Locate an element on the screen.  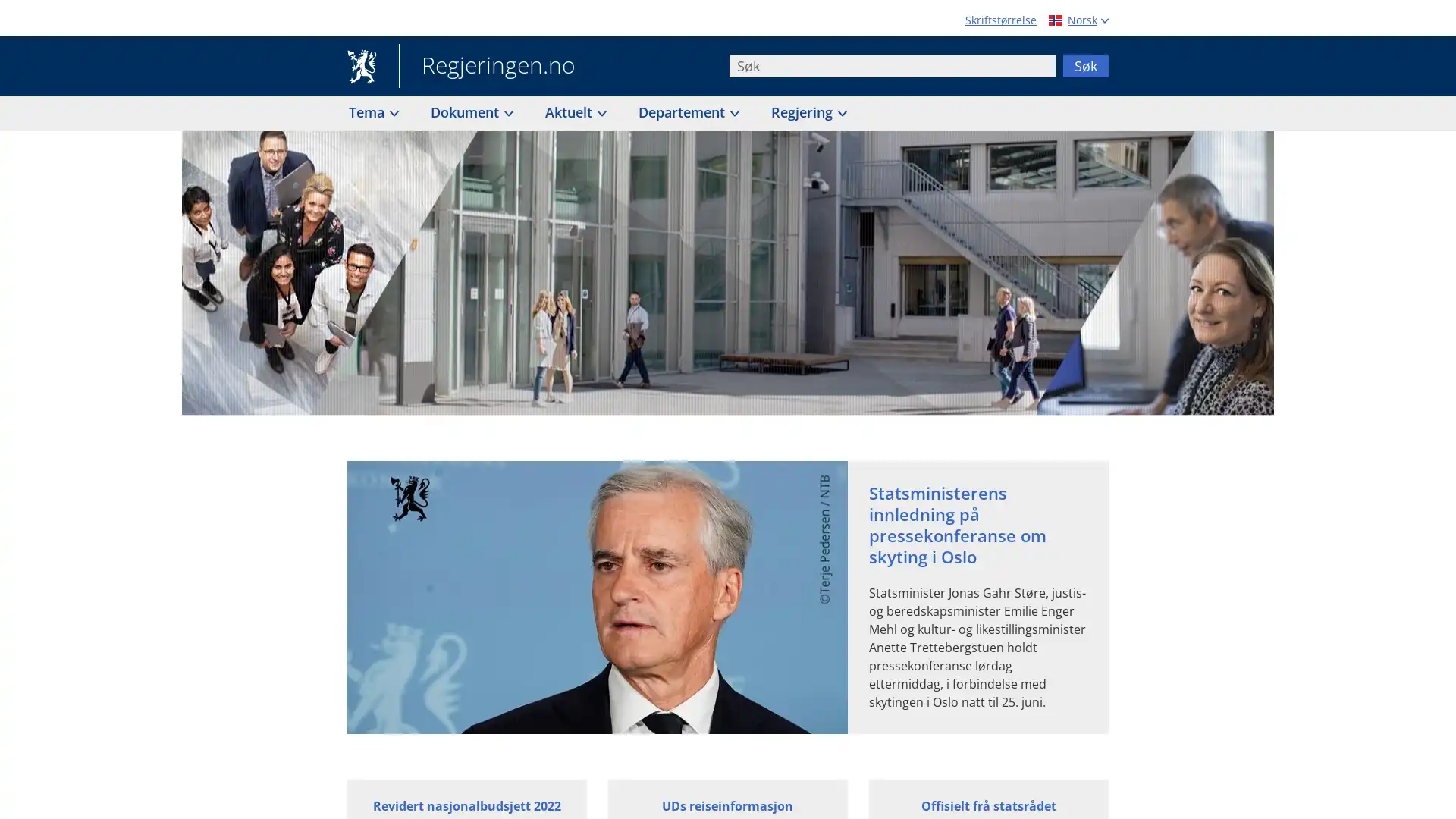
Departement is located at coordinates (687, 111).